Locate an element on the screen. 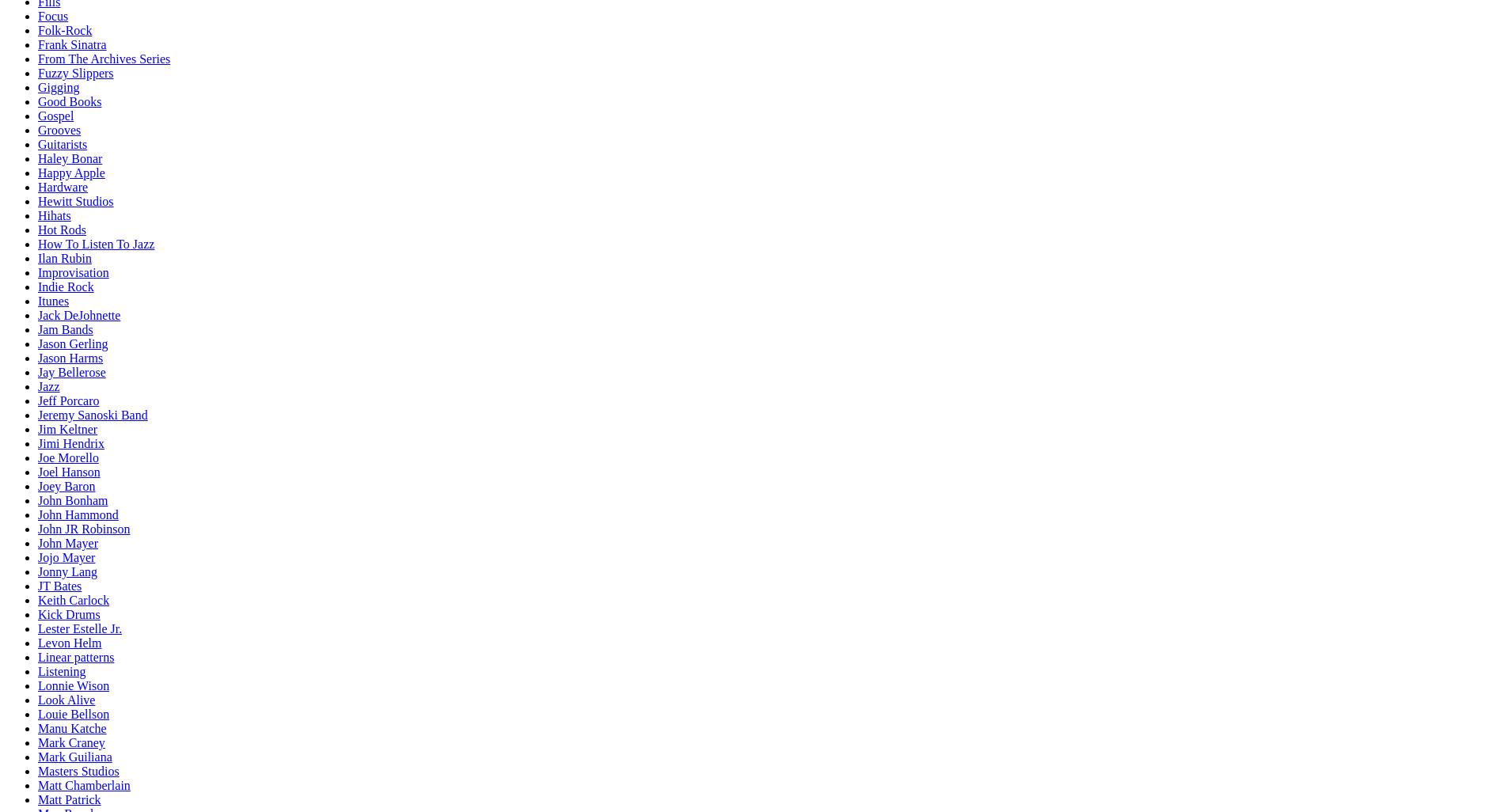 This screenshot has height=812, width=1504. 'Gigging' is located at coordinates (38, 87).